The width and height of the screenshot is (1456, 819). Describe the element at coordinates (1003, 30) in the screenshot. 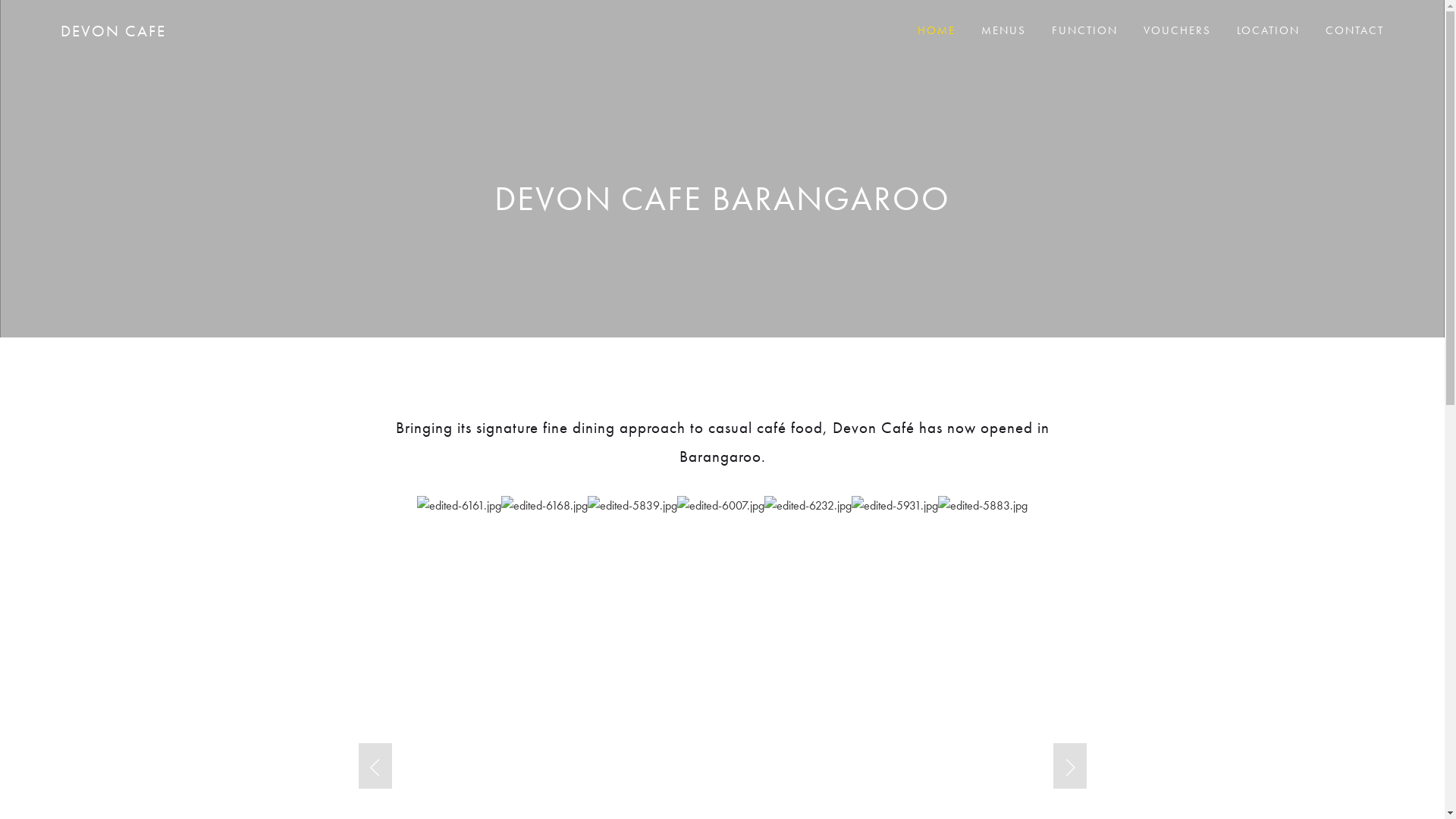

I see `'MENUS'` at that location.